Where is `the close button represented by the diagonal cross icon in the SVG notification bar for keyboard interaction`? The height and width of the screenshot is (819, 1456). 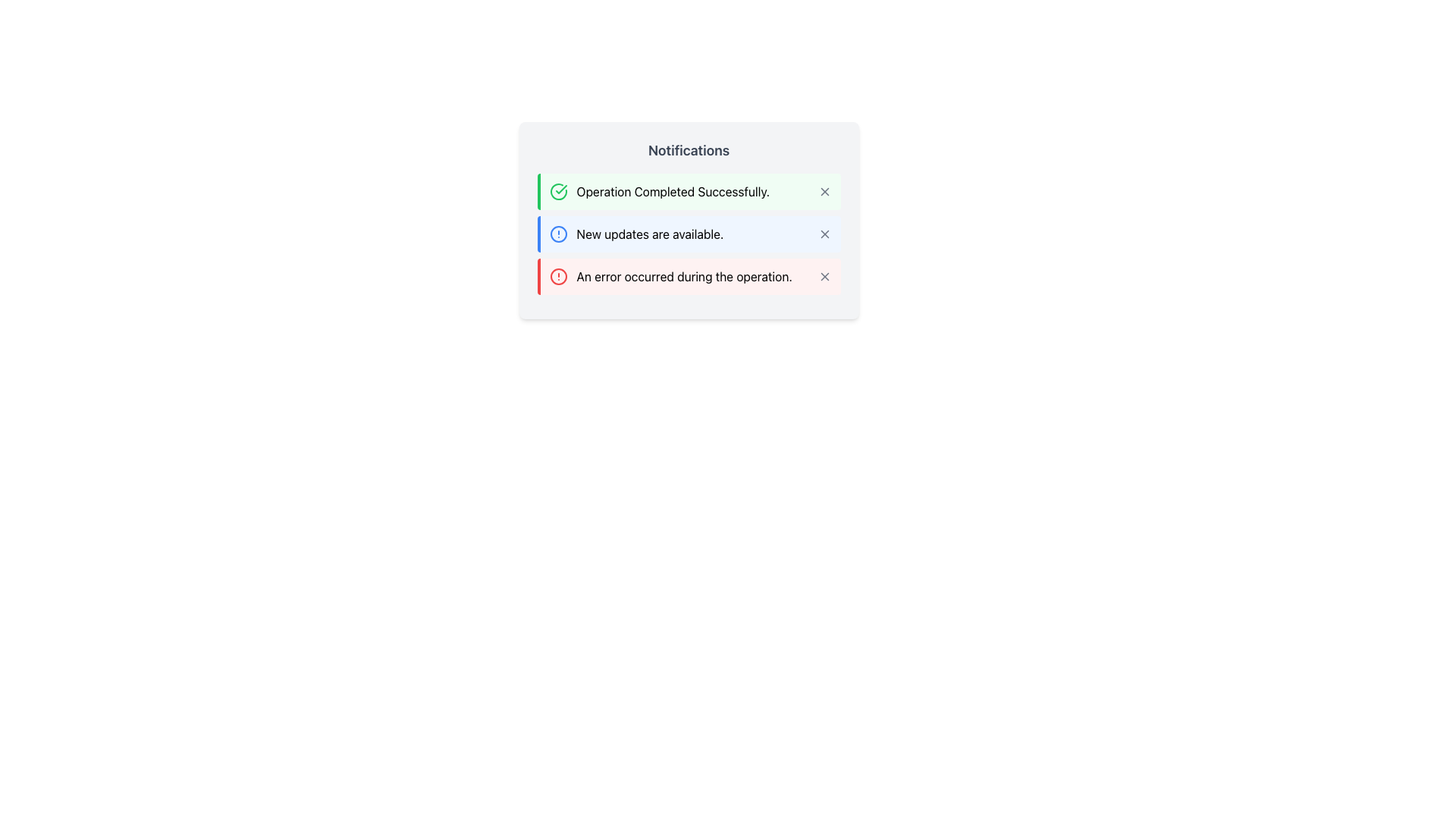
the close button represented by the diagonal cross icon in the SVG notification bar for keyboard interaction is located at coordinates (824, 234).